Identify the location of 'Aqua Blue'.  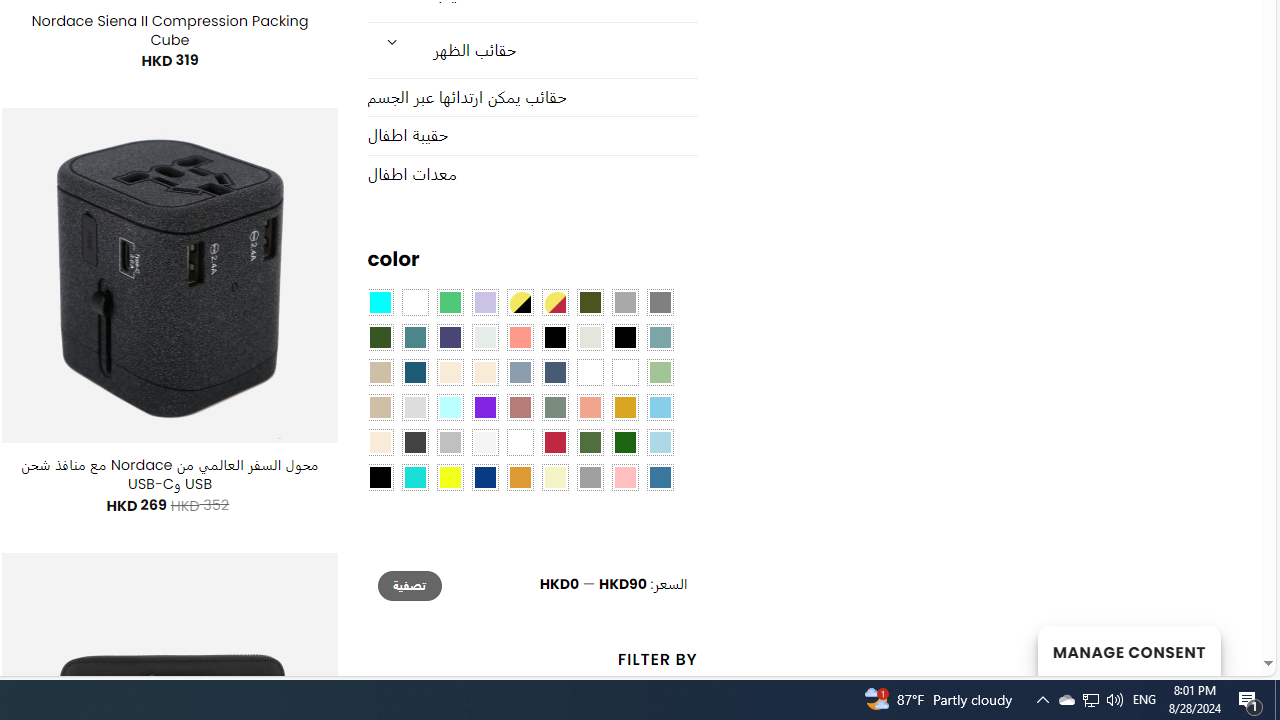
(380, 303).